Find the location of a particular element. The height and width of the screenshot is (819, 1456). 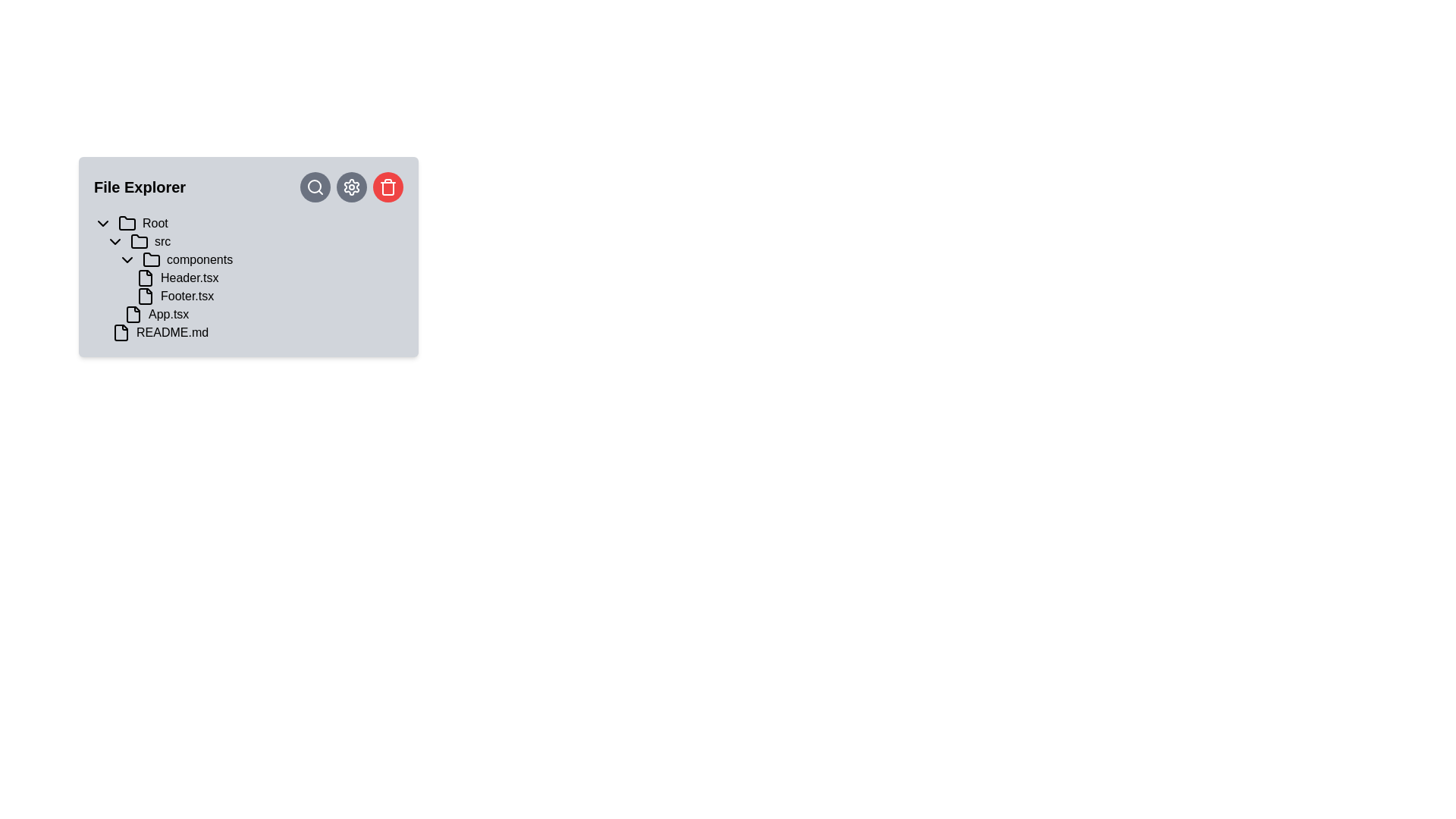

the document-shaped icon representing the 'Footer.tsx' file is located at coordinates (146, 296).